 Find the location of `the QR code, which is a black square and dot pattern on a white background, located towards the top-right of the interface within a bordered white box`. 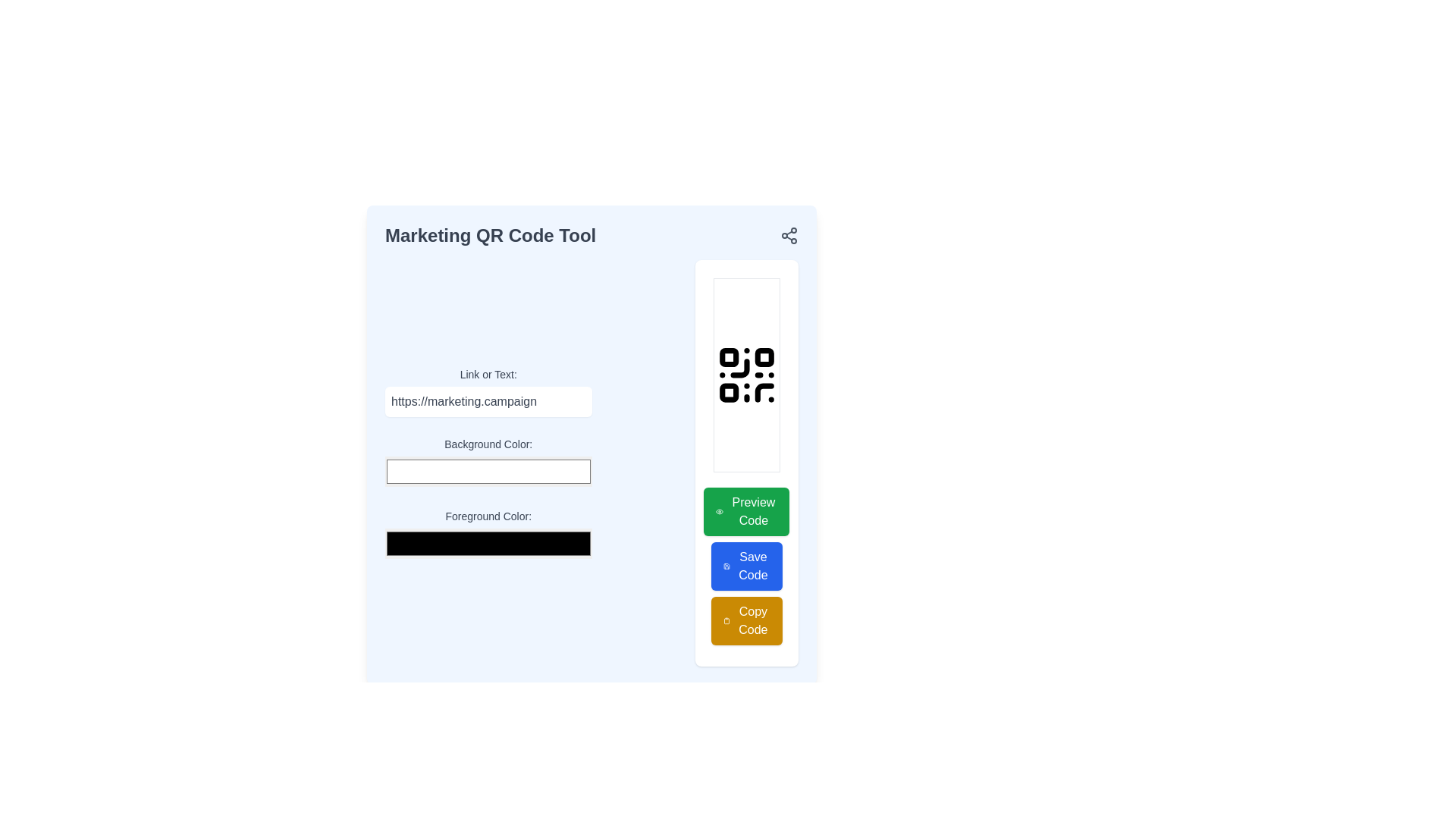

the QR code, which is a black square and dot pattern on a white background, located towards the top-right of the interface within a bordered white box is located at coordinates (746, 375).